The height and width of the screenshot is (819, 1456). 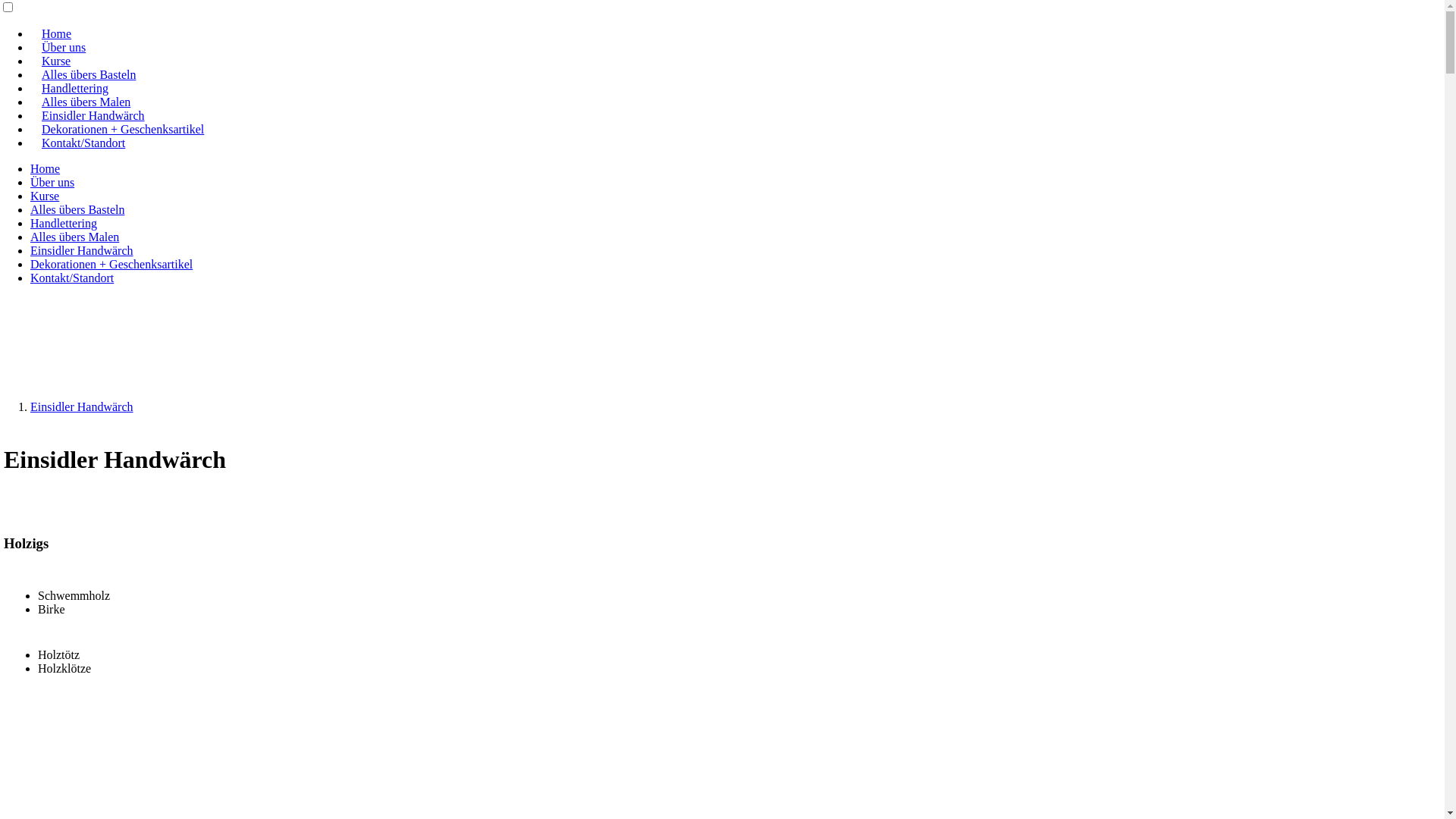 What do you see at coordinates (83, 143) in the screenshot?
I see `'Kontakt/Standort'` at bounding box center [83, 143].